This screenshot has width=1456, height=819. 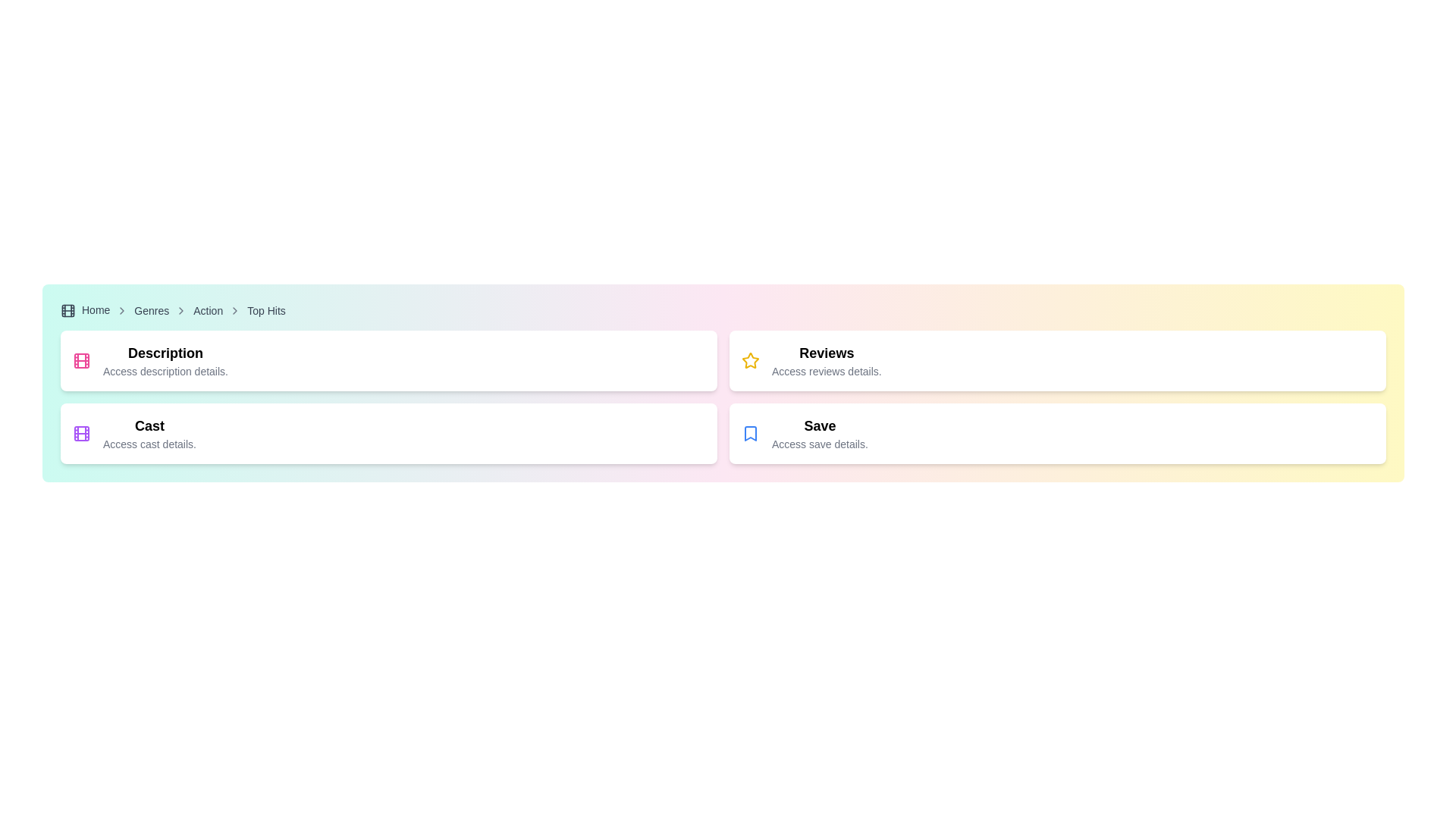 I want to click on the informational static text label located below the 'Reviews' title in the rightmost card of the horizontally arranged set of cards, so click(x=826, y=372).